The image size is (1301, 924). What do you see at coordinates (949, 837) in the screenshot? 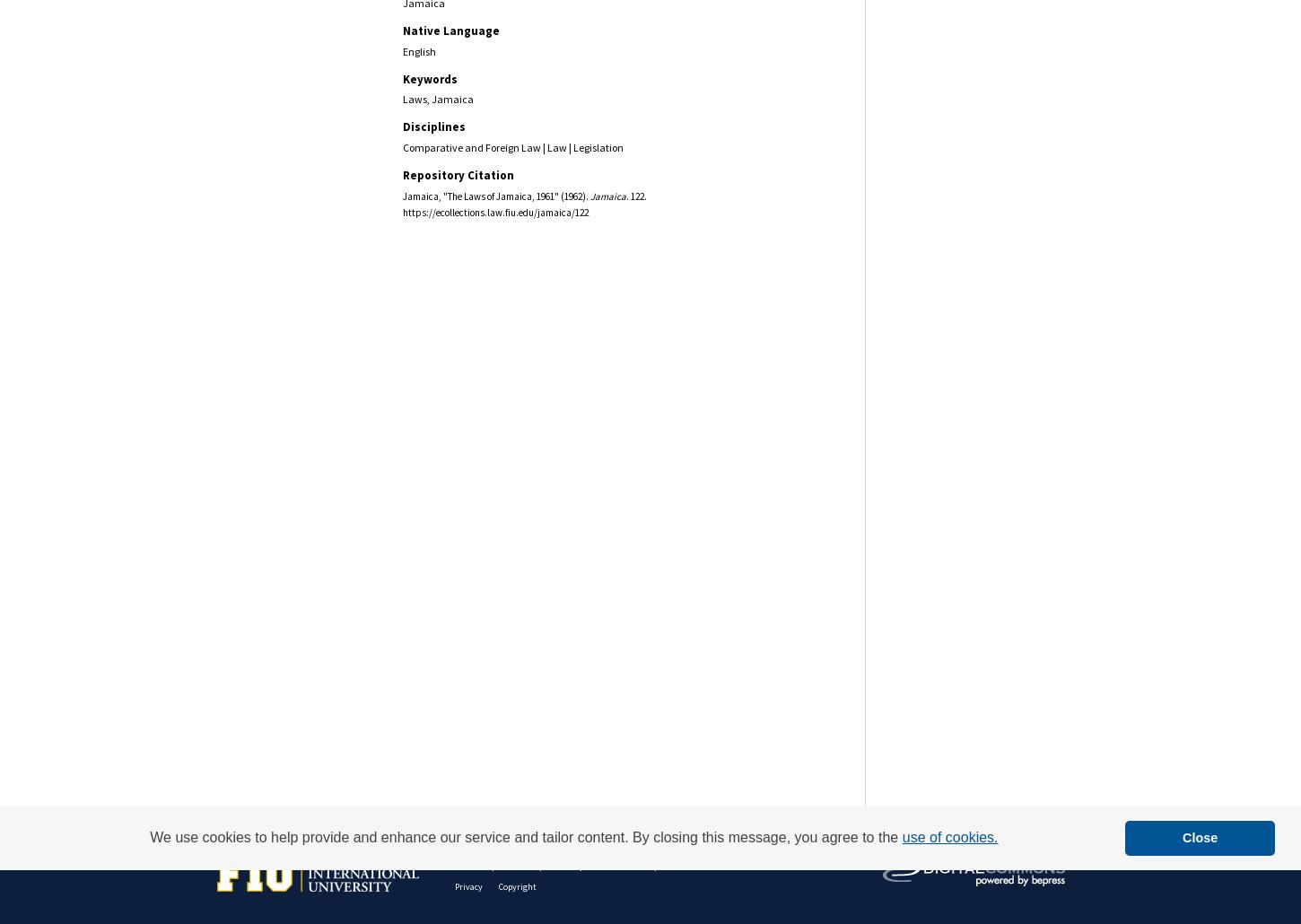
I see `'use of cookies.'` at bounding box center [949, 837].